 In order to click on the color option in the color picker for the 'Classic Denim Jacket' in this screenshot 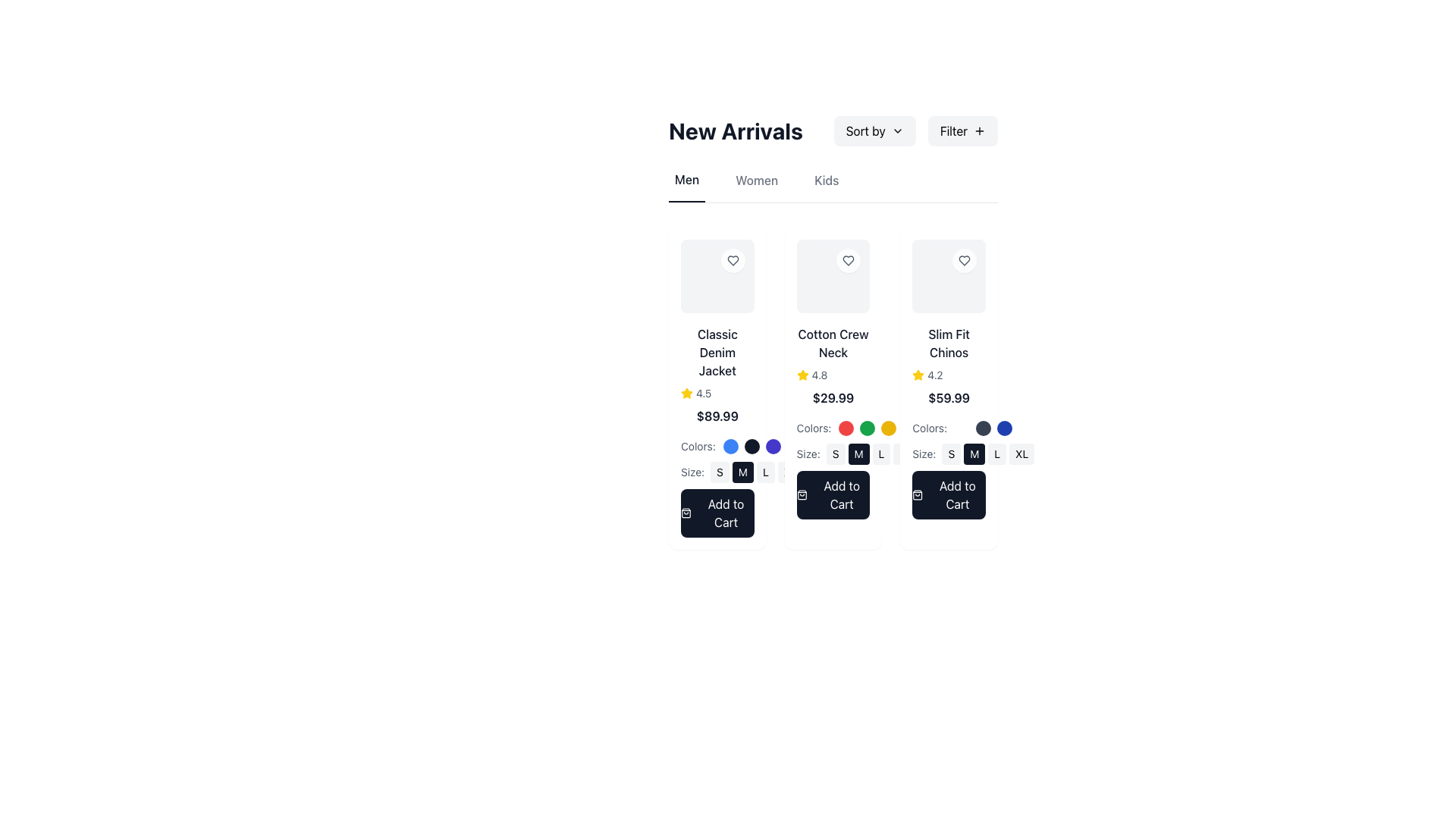, I will do `click(716, 442)`.